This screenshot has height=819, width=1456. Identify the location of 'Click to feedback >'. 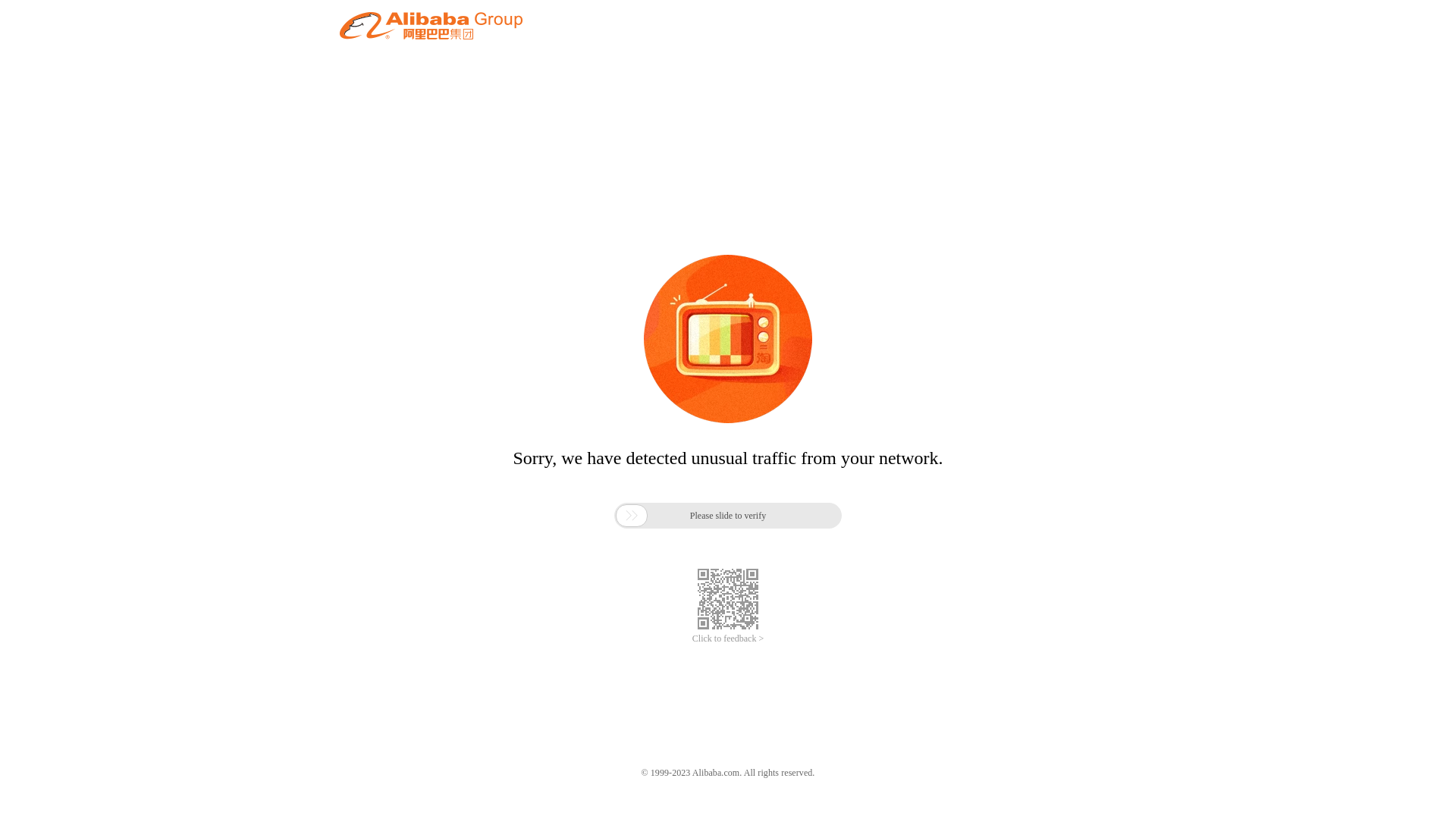
(691, 639).